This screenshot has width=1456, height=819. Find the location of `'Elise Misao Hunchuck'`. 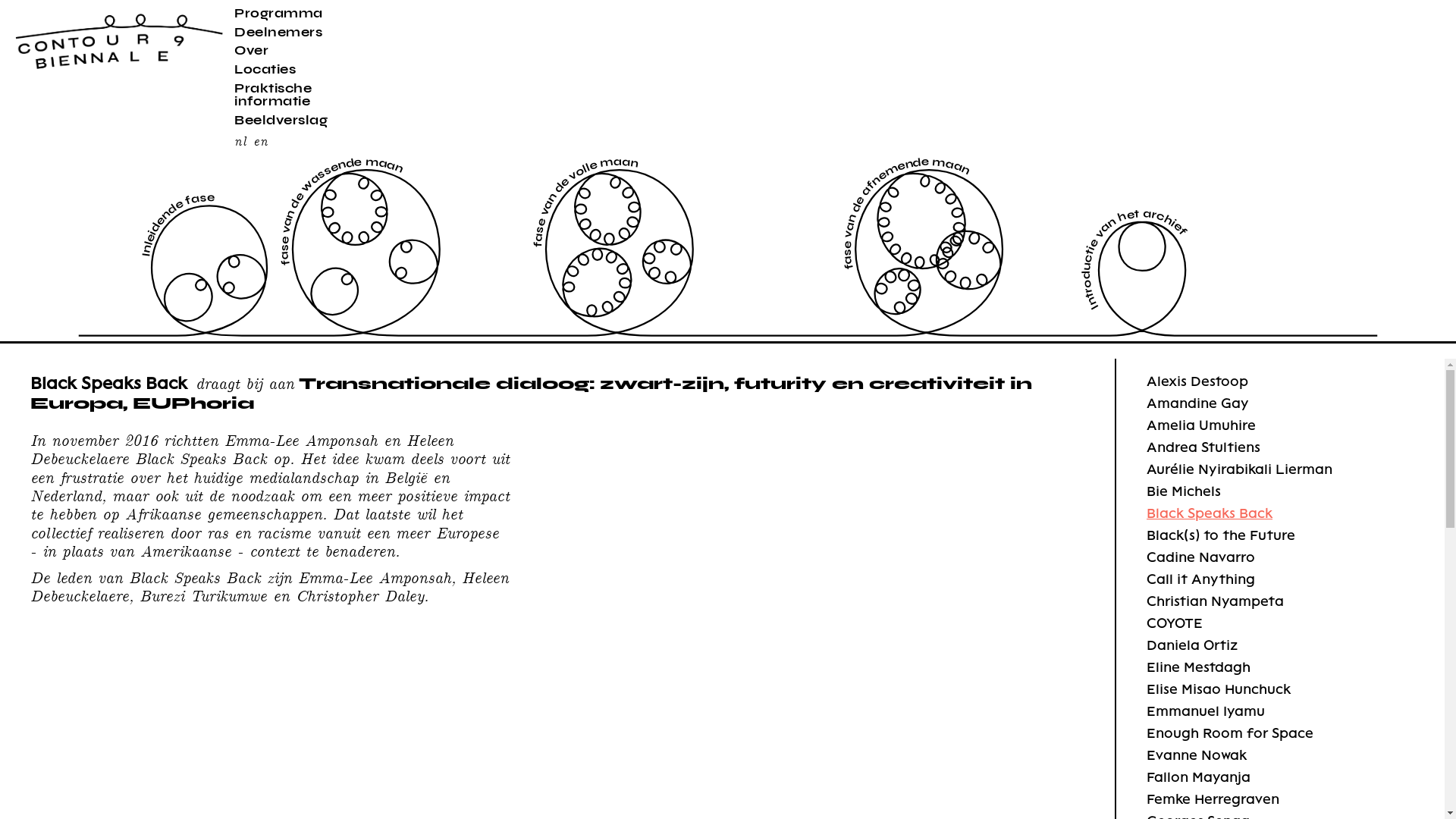

'Elise Misao Hunchuck' is located at coordinates (1219, 689).